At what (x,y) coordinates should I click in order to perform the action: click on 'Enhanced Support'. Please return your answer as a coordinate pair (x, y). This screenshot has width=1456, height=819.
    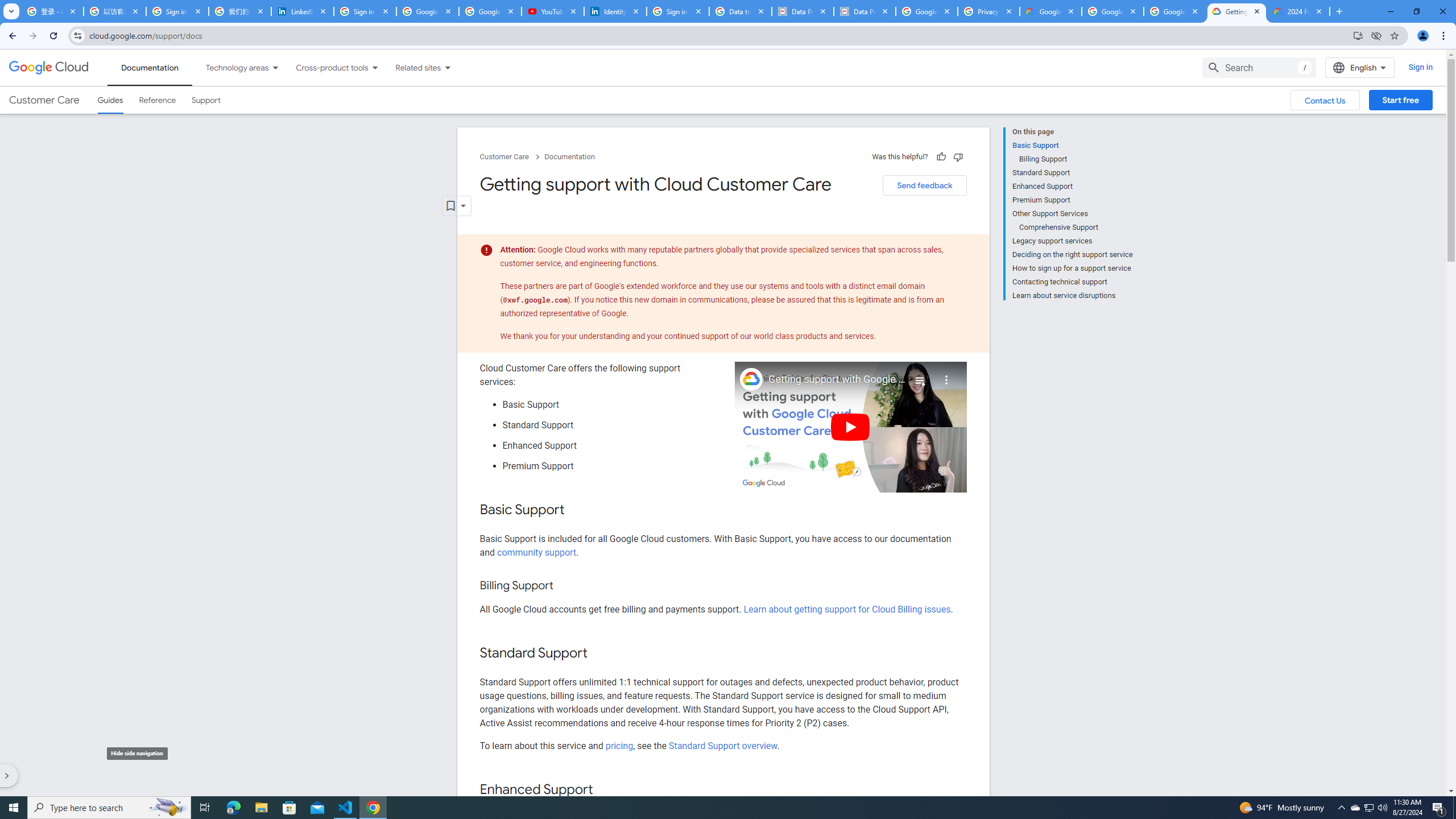
    Looking at the image, I should click on (1072, 185).